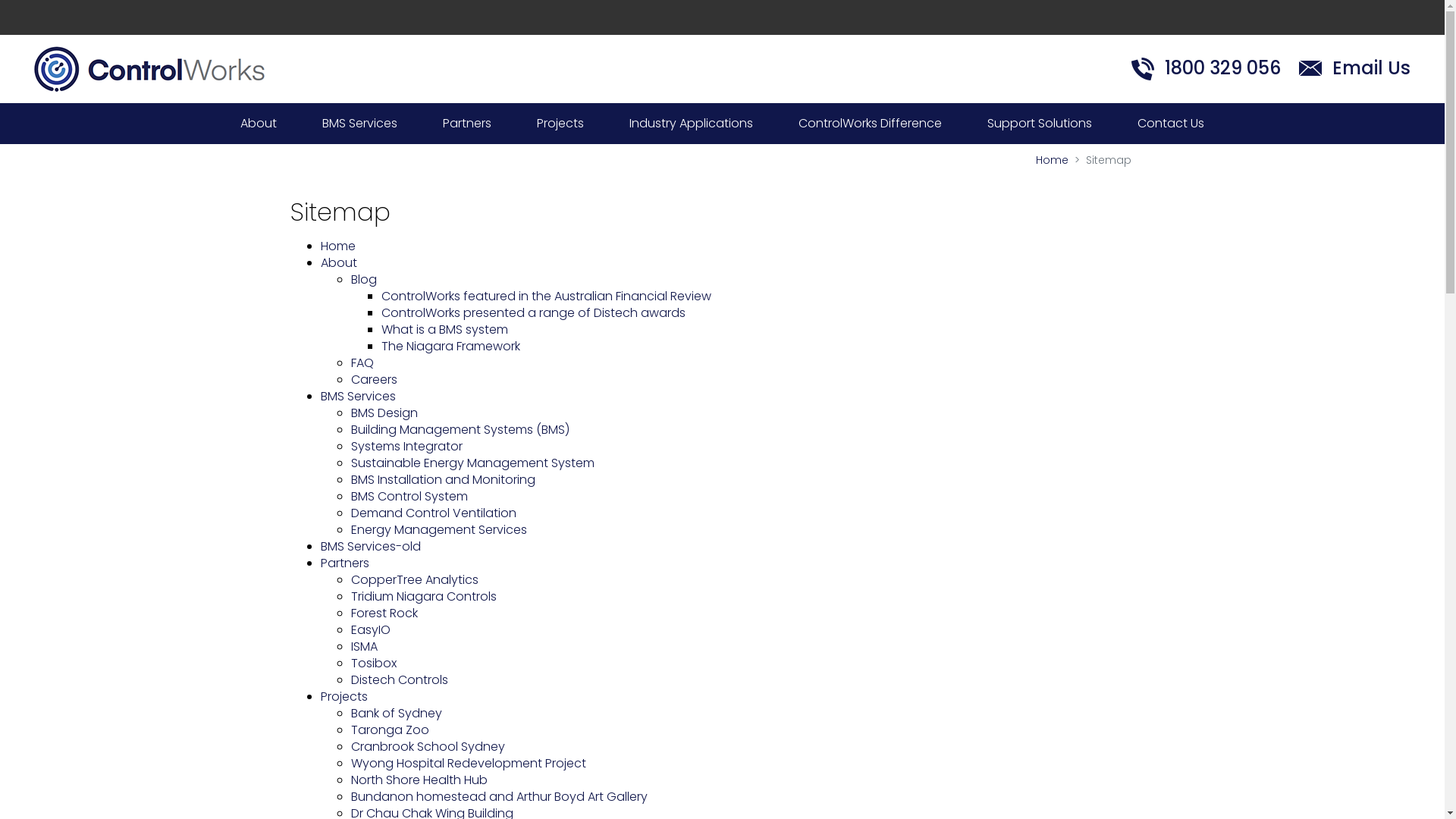 Image resolution: width=1456 pixels, height=819 pixels. What do you see at coordinates (406, 445) in the screenshot?
I see `'Systems Integrator'` at bounding box center [406, 445].